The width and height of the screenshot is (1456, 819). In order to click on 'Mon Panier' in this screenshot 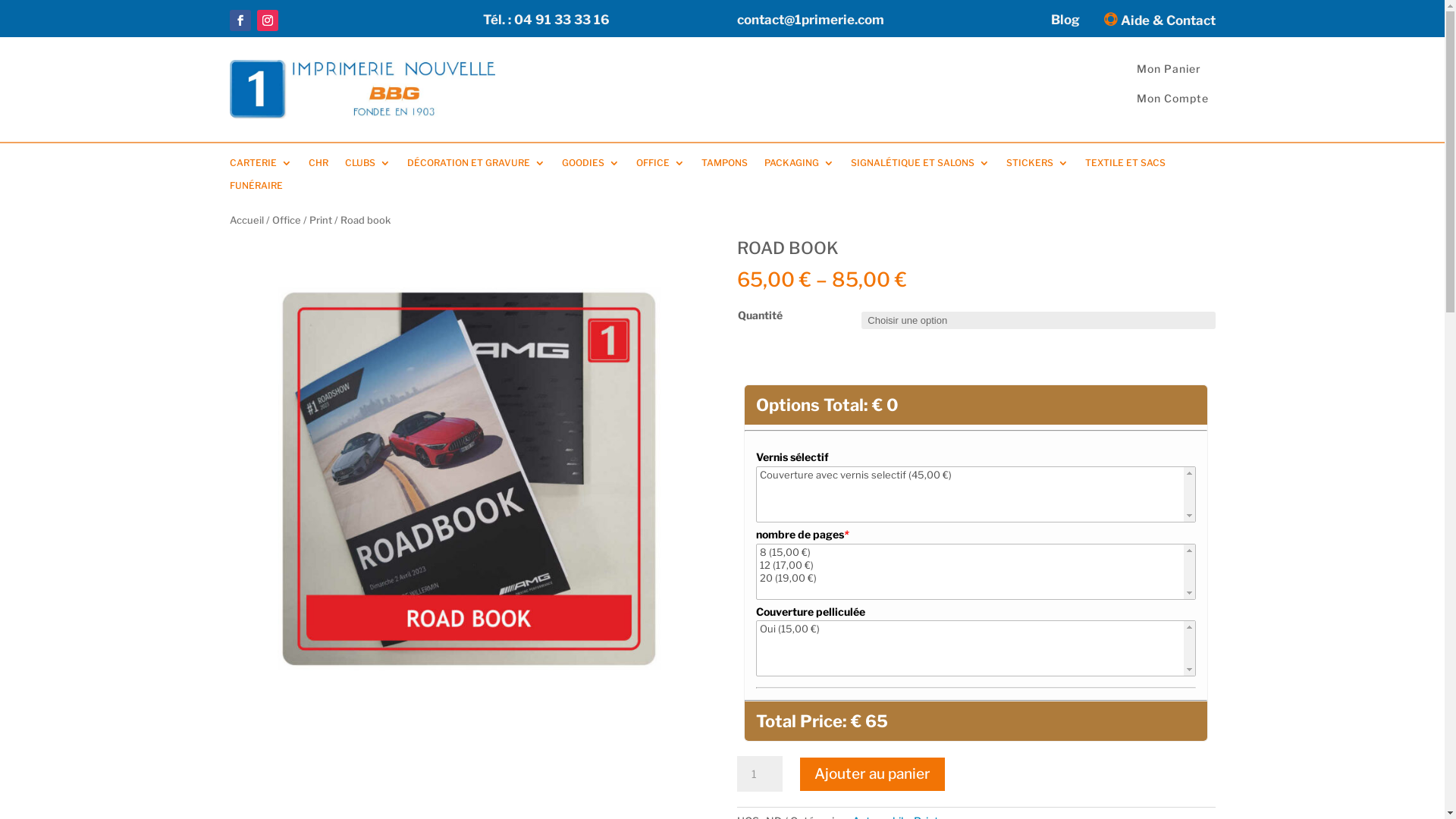, I will do `click(1168, 68)`.